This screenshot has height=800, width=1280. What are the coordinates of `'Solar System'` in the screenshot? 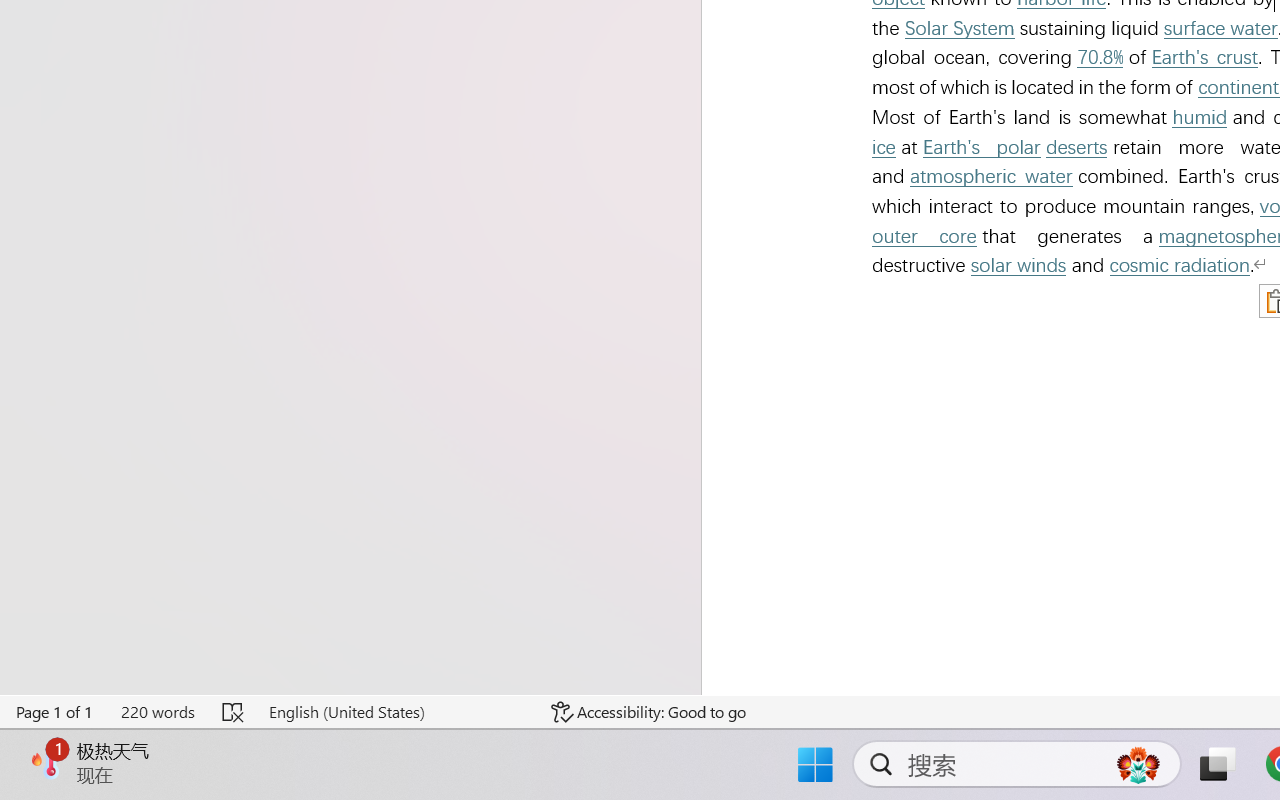 It's located at (960, 28).